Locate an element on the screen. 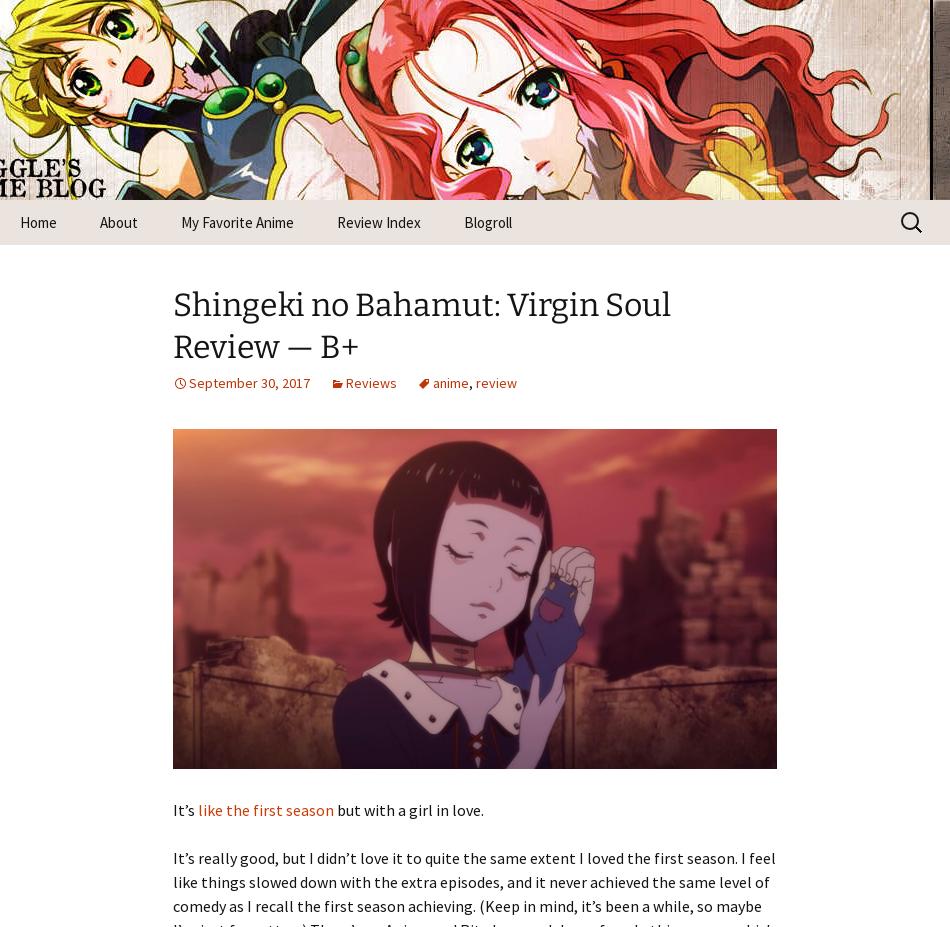  'It’s' is located at coordinates (185, 808).